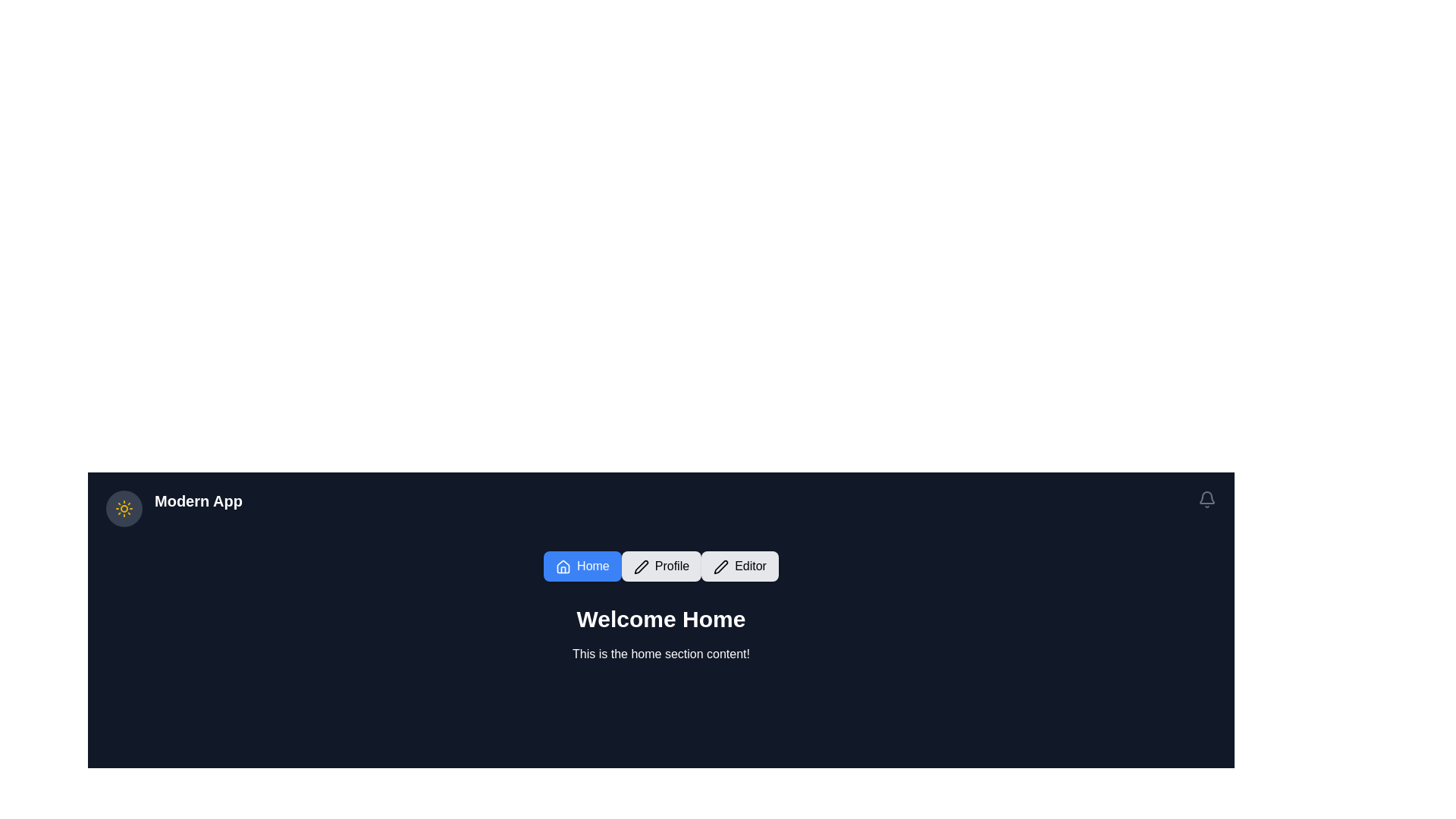  What do you see at coordinates (661, 566) in the screenshot?
I see `the 'Profile' button, which is a text button with a gray background and black text, located as the second item in the horizontal navigation bar` at bounding box center [661, 566].